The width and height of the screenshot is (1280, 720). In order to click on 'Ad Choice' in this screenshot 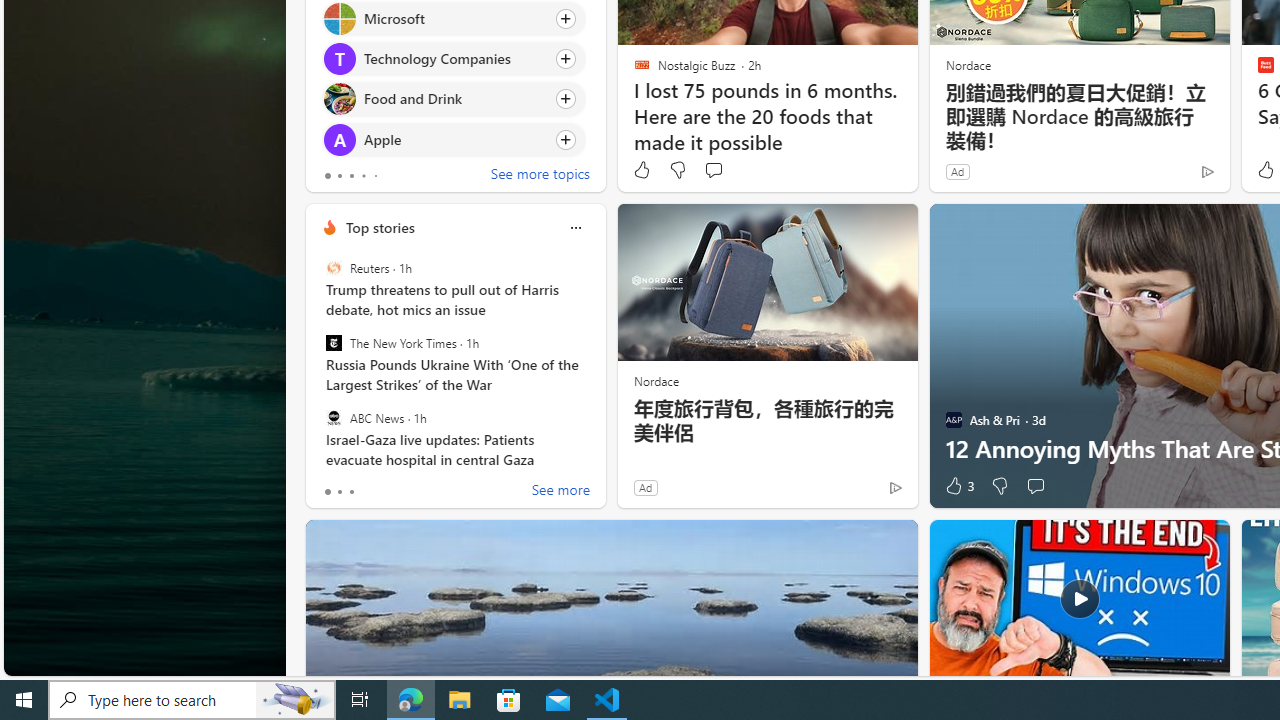, I will do `click(895, 487)`.